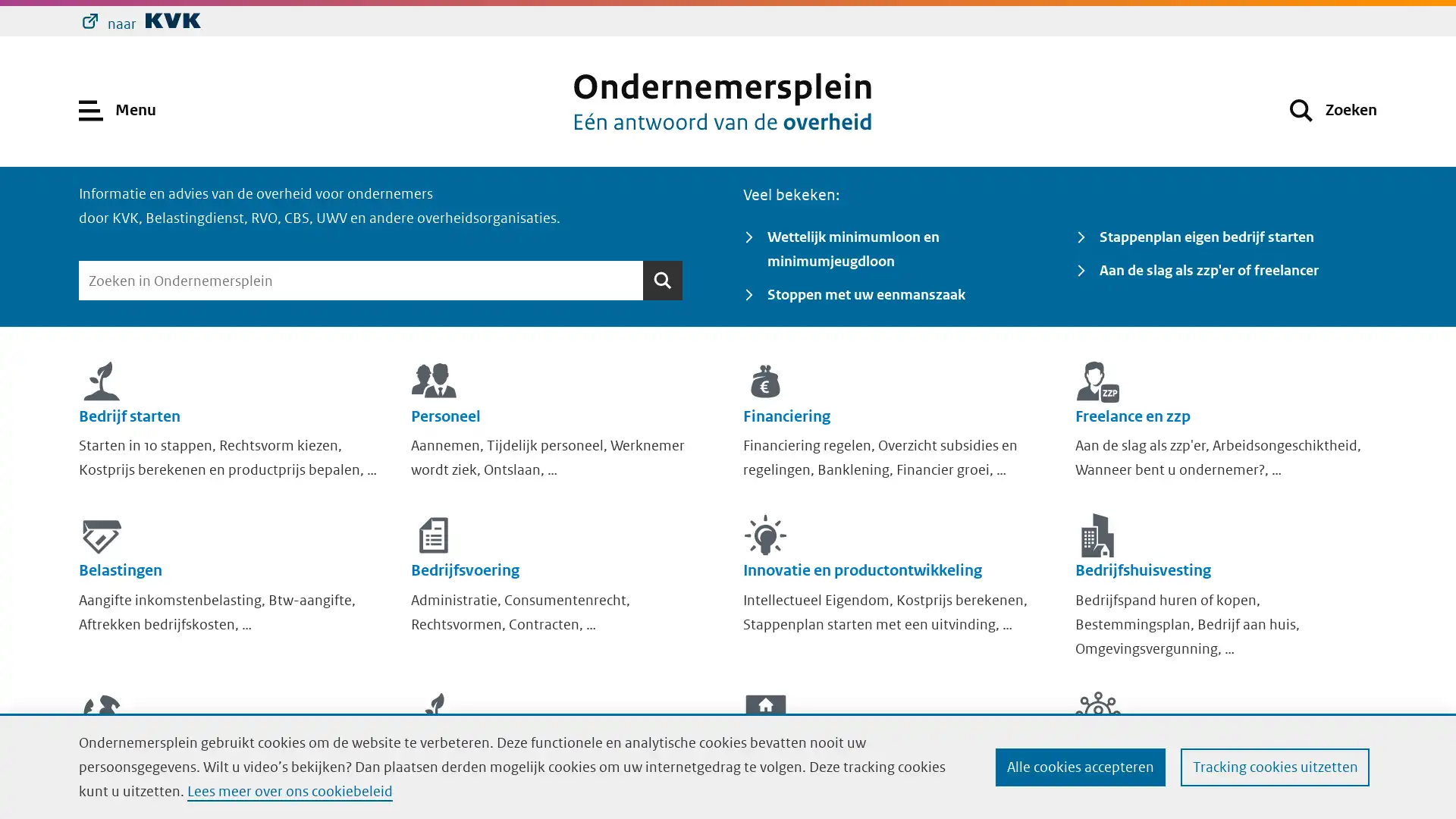 Image resolution: width=1456 pixels, height=819 pixels. What do you see at coordinates (662, 281) in the screenshot?
I see `Zoeken Zoeken` at bounding box center [662, 281].